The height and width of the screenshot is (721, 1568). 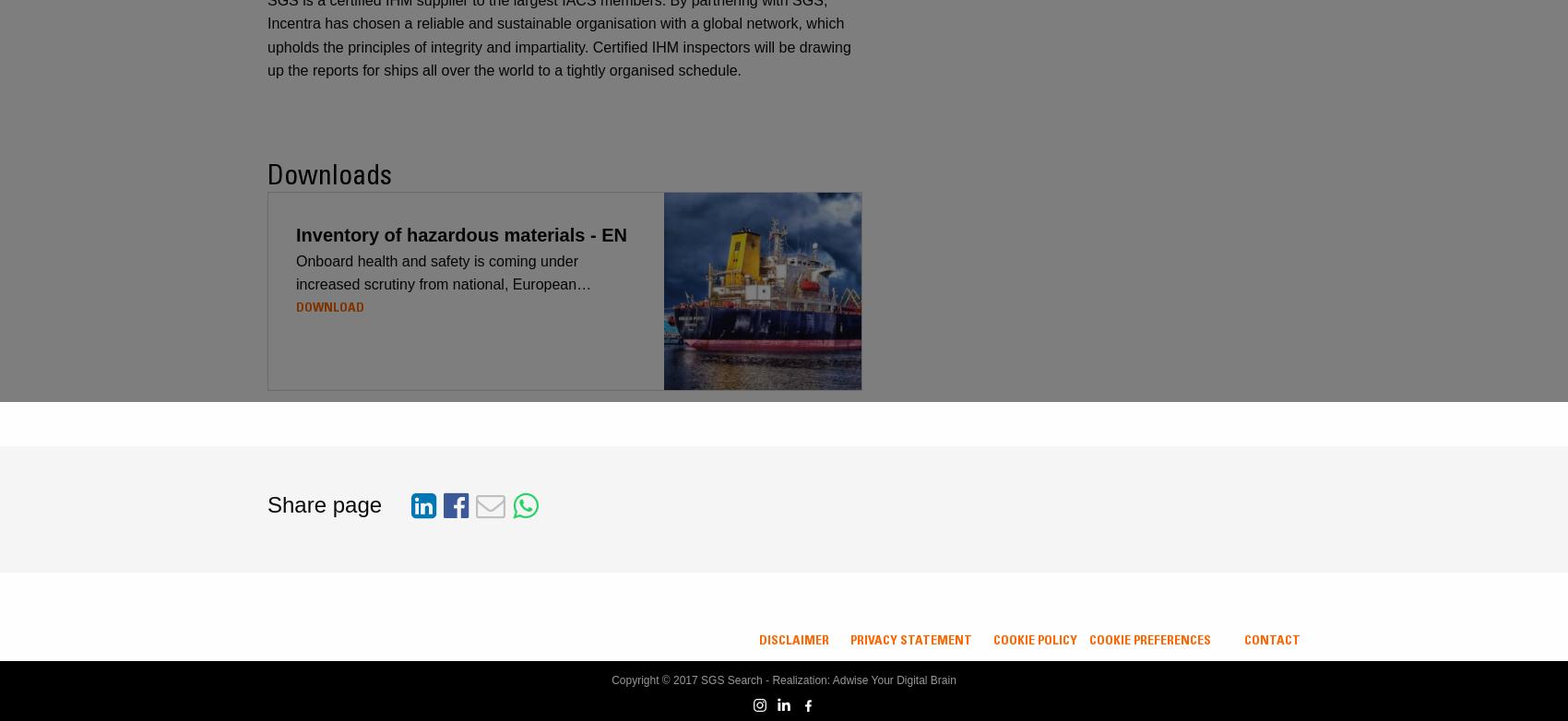 What do you see at coordinates (324, 503) in the screenshot?
I see `'Share page'` at bounding box center [324, 503].